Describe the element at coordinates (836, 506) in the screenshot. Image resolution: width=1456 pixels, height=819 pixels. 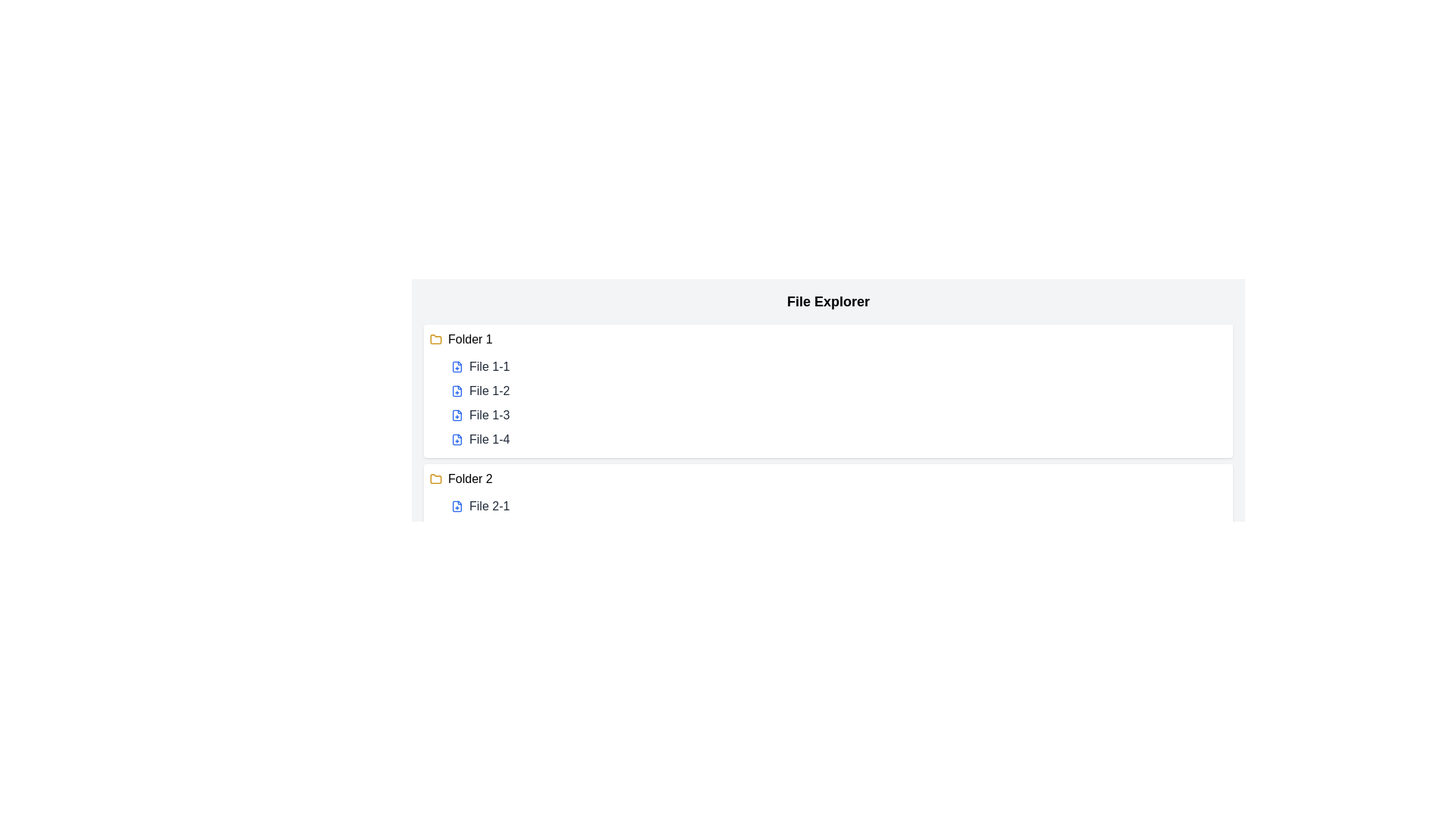
I see `to select the list item labeled 'File 2-1' in the file explorer interface, which is the first item under the 'Folder 2' section` at that location.